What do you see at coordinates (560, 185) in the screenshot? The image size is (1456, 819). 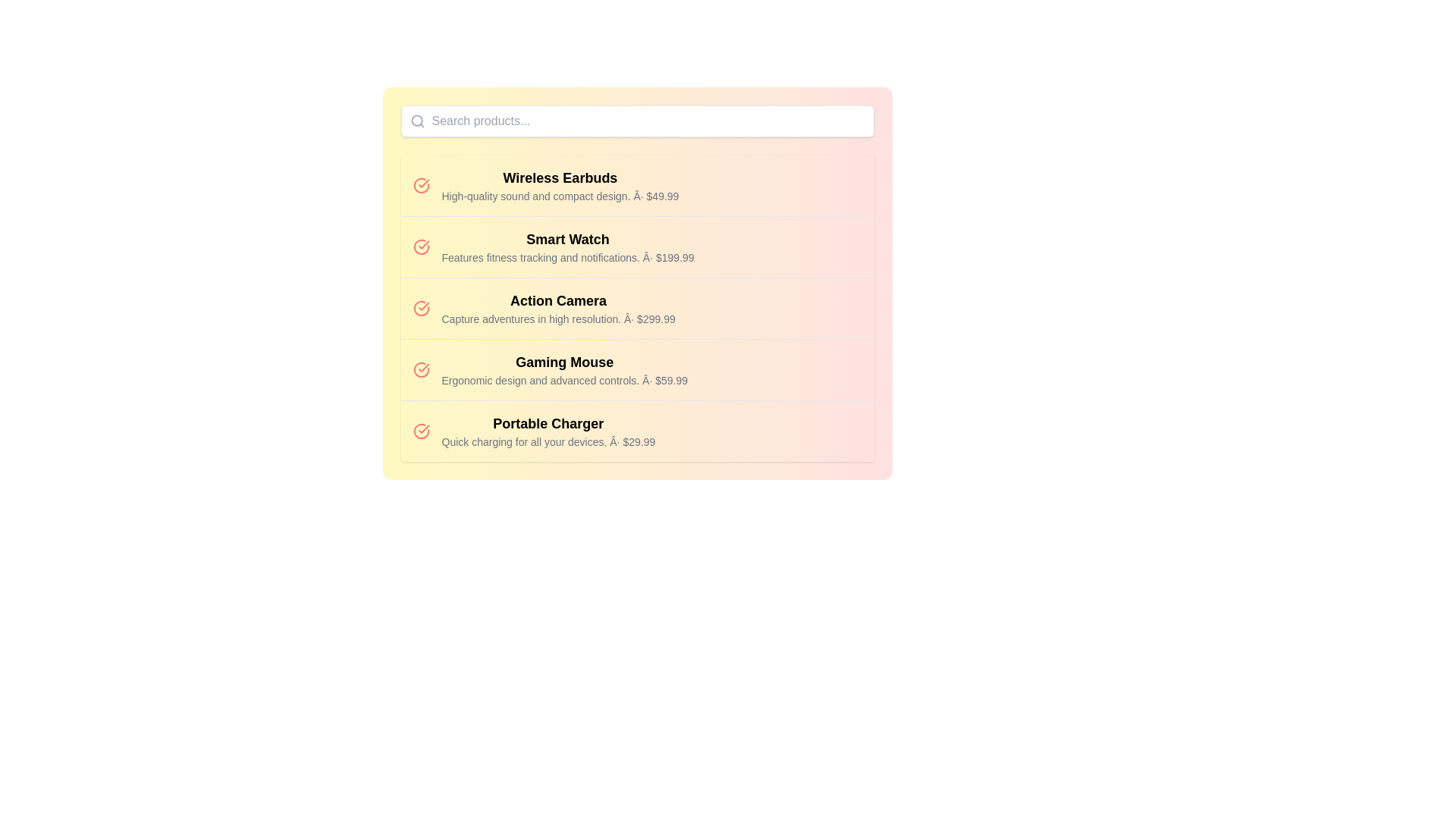 I see `product description and price text element located directly below the search bar in the center-left of the interface` at bounding box center [560, 185].